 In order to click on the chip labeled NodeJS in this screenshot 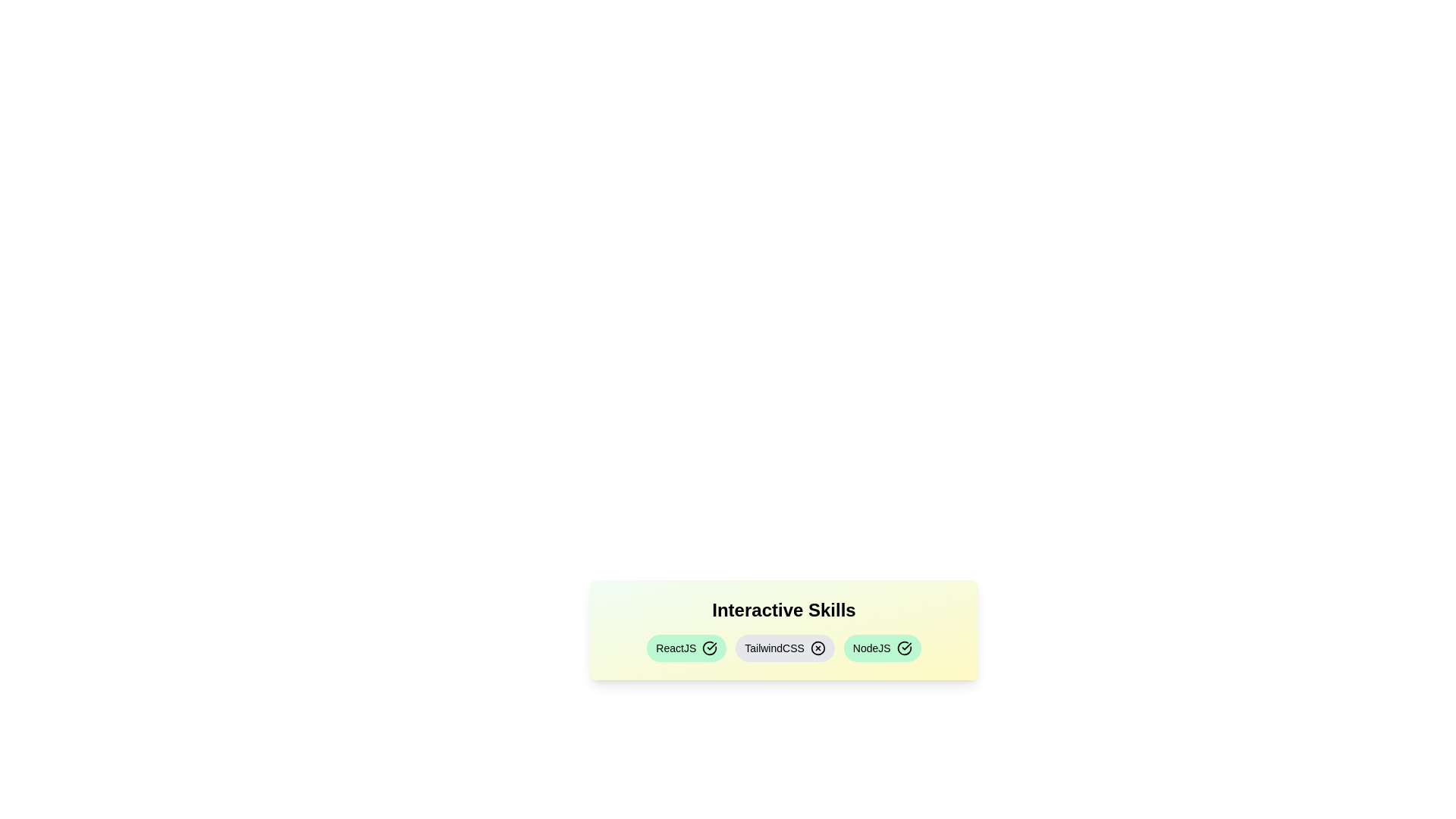, I will do `click(882, 648)`.